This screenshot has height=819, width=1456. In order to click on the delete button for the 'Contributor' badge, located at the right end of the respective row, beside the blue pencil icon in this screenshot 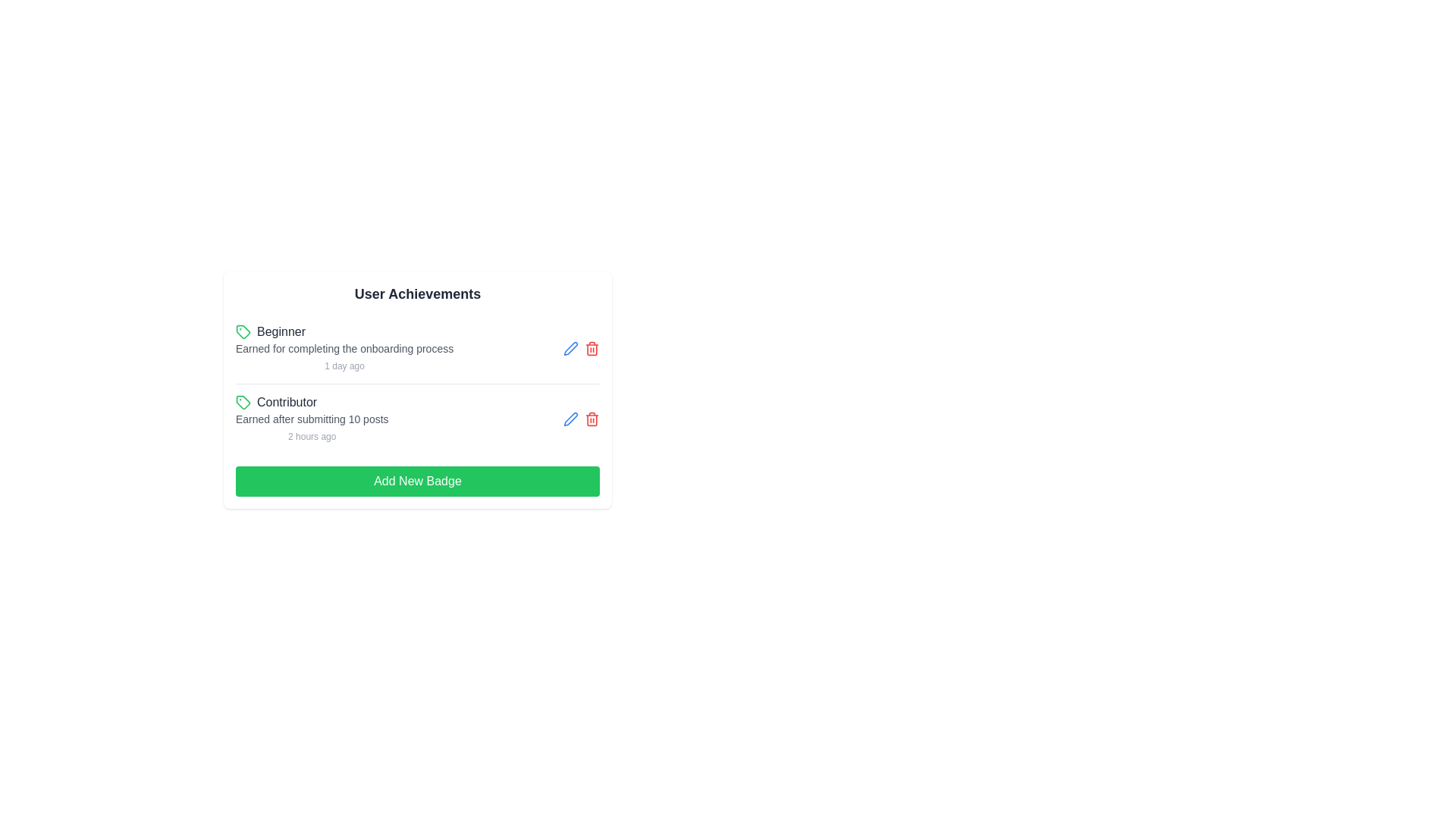, I will do `click(591, 419)`.